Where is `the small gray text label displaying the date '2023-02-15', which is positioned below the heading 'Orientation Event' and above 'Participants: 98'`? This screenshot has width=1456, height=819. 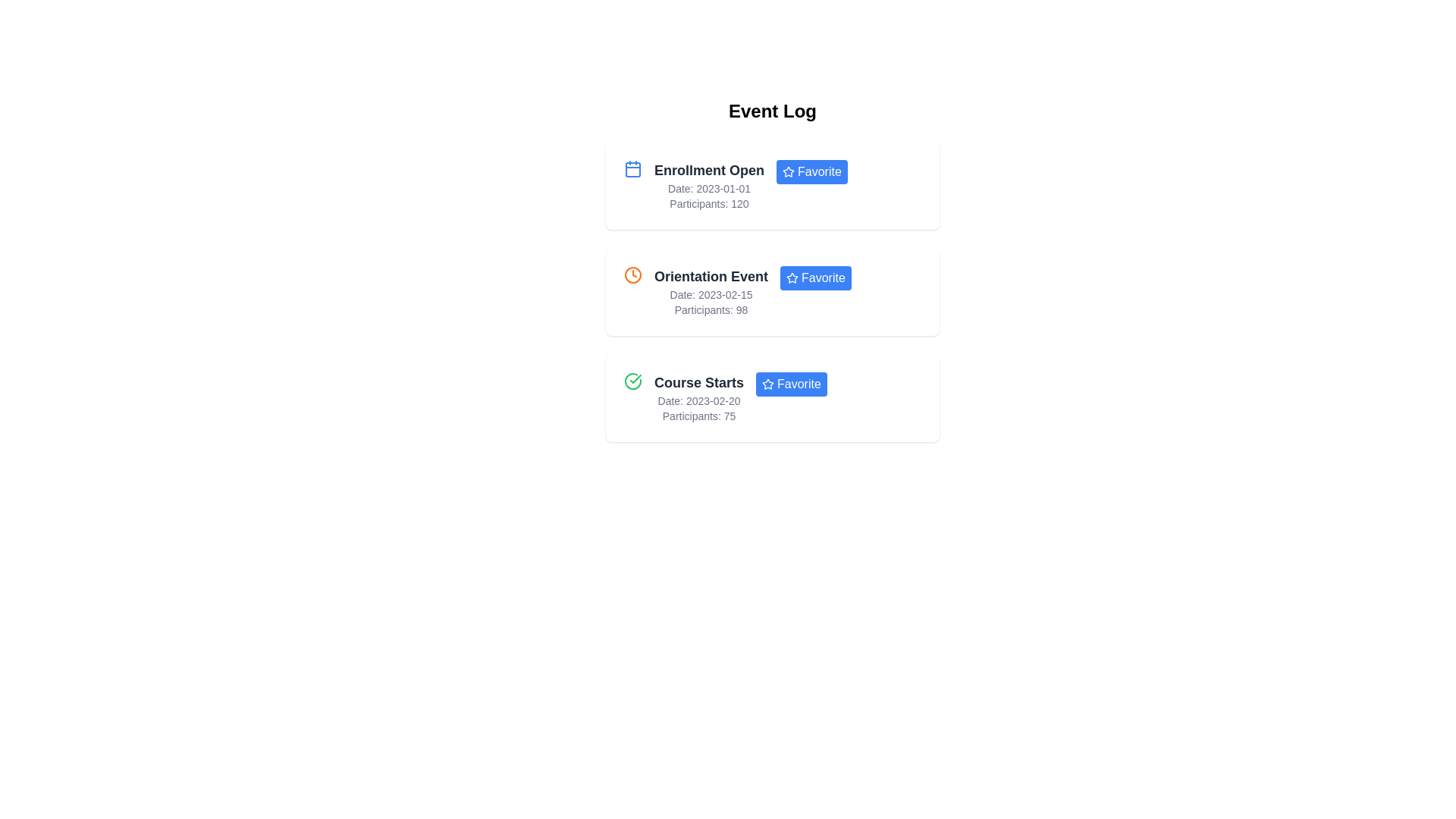 the small gray text label displaying the date '2023-02-15', which is positioned below the heading 'Orientation Event' and above 'Participants: 98' is located at coordinates (711, 295).